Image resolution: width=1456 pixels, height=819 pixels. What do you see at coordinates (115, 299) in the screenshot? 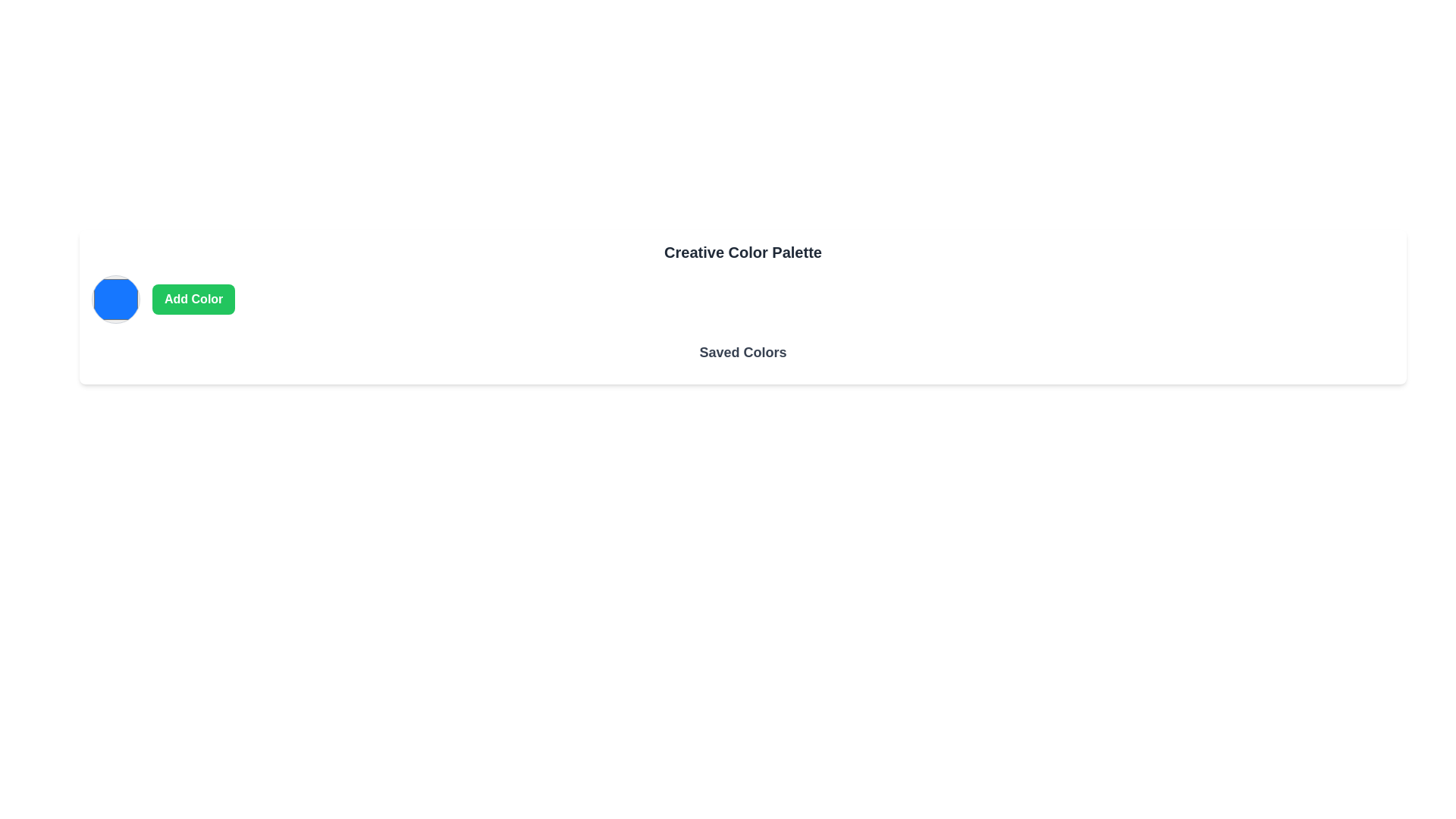
I see `the color display or selector element` at bounding box center [115, 299].